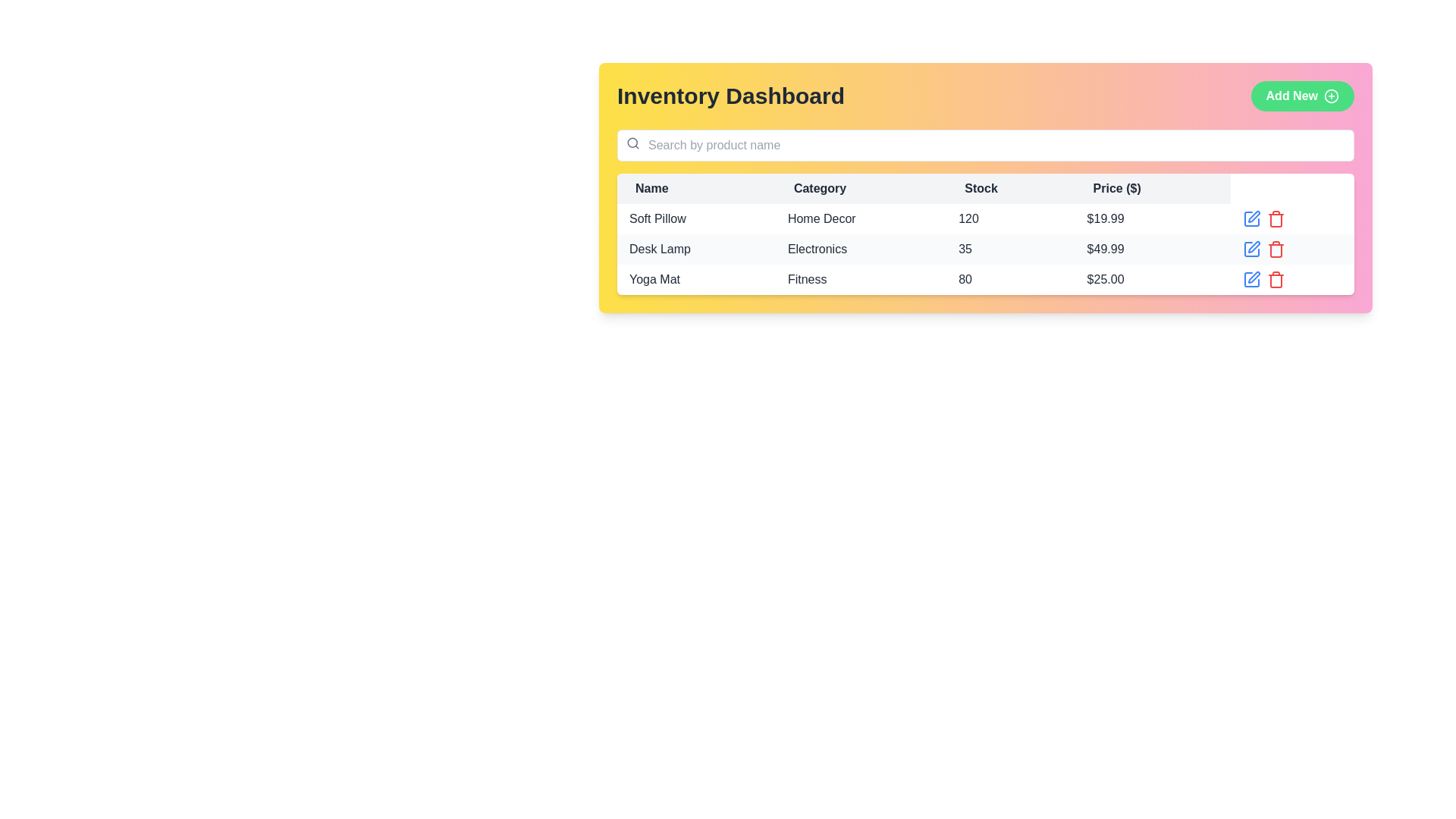  What do you see at coordinates (632, 143) in the screenshot?
I see `the decorative circle of the search icon located to the left of the input field in the header of the inventory dashboard` at bounding box center [632, 143].